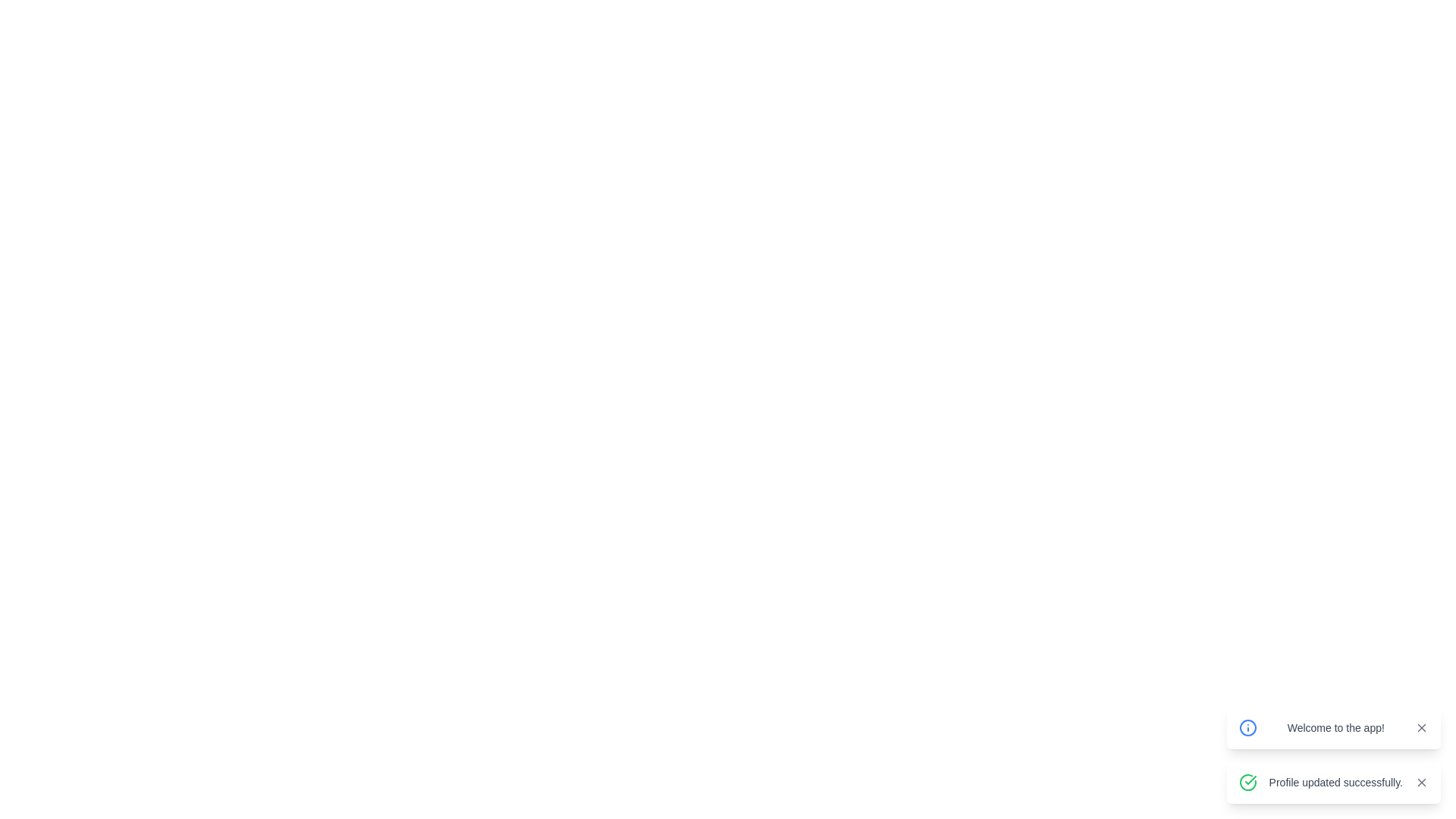 The width and height of the screenshot is (1456, 819). What do you see at coordinates (1421, 783) in the screenshot?
I see `the top-right diagonal stroke of the 'X' icon in the notification message box` at bounding box center [1421, 783].